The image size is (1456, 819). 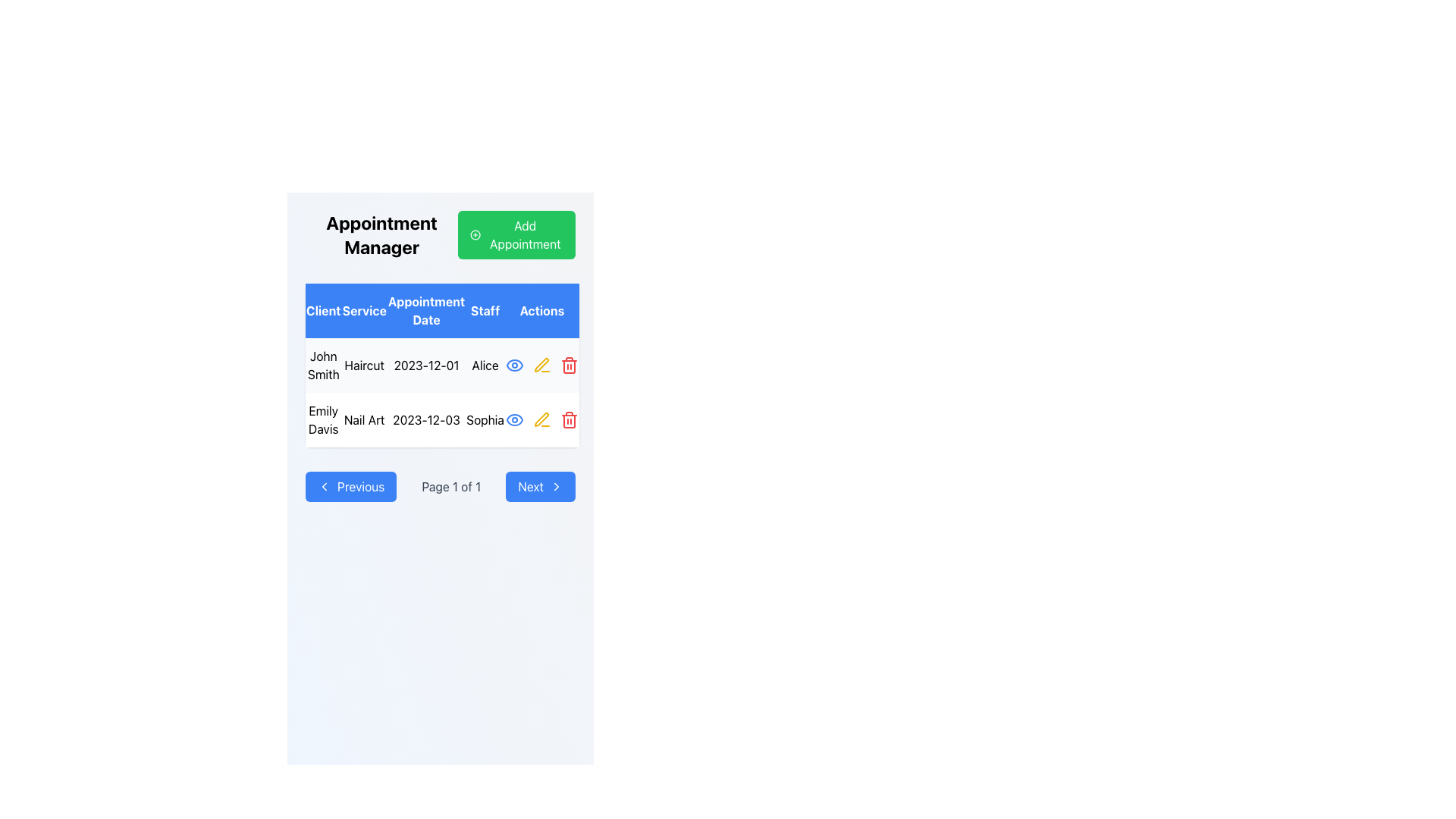 What do you see at coordinates (556, 486) in the screenshot?
I see `the chevron icon located on the right side of the 'Next' button to potentially reveal additional functionality` at bounding box center [556, 486].